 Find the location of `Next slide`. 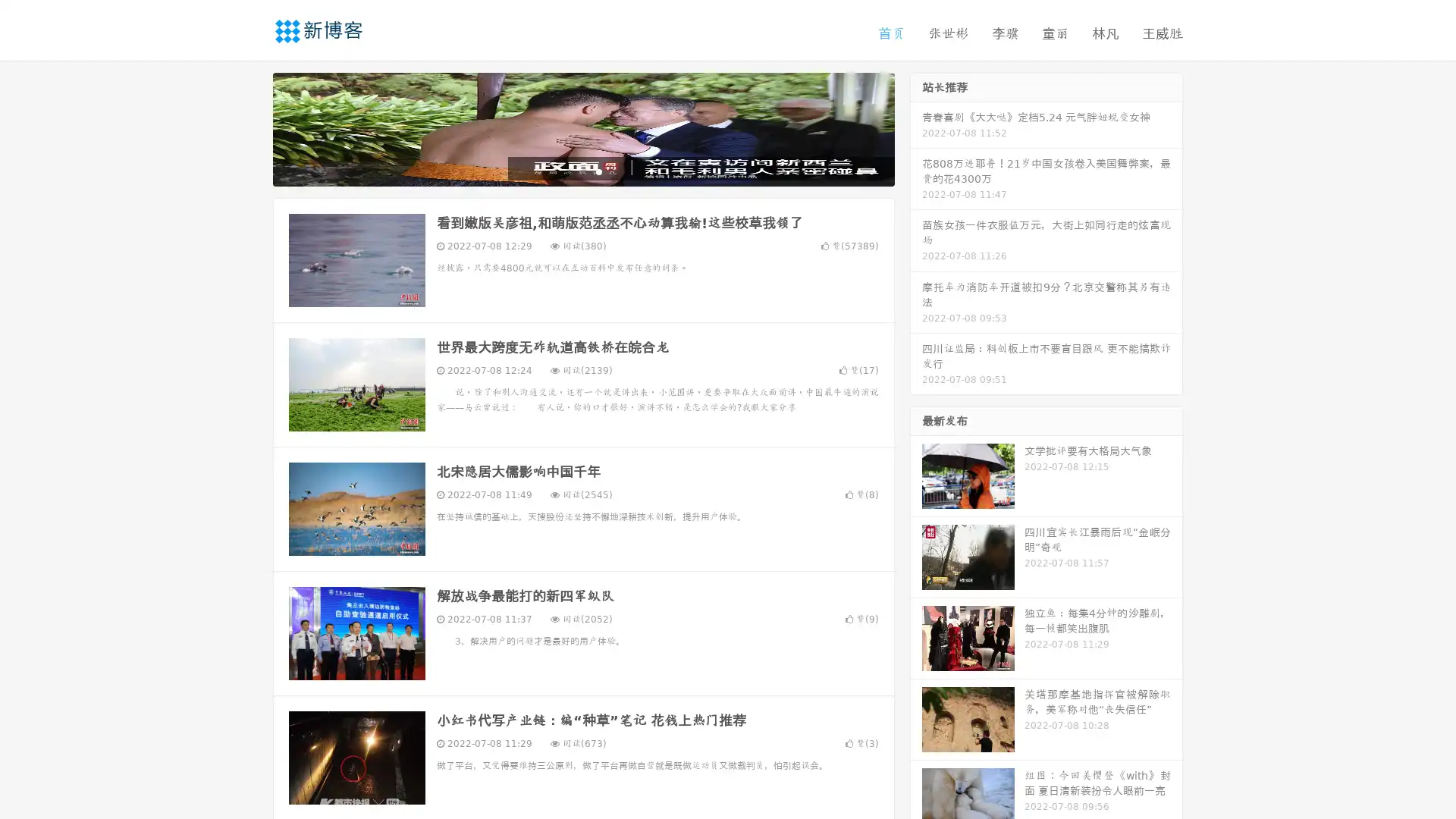

Next slide is located at coordinates (916, 127).